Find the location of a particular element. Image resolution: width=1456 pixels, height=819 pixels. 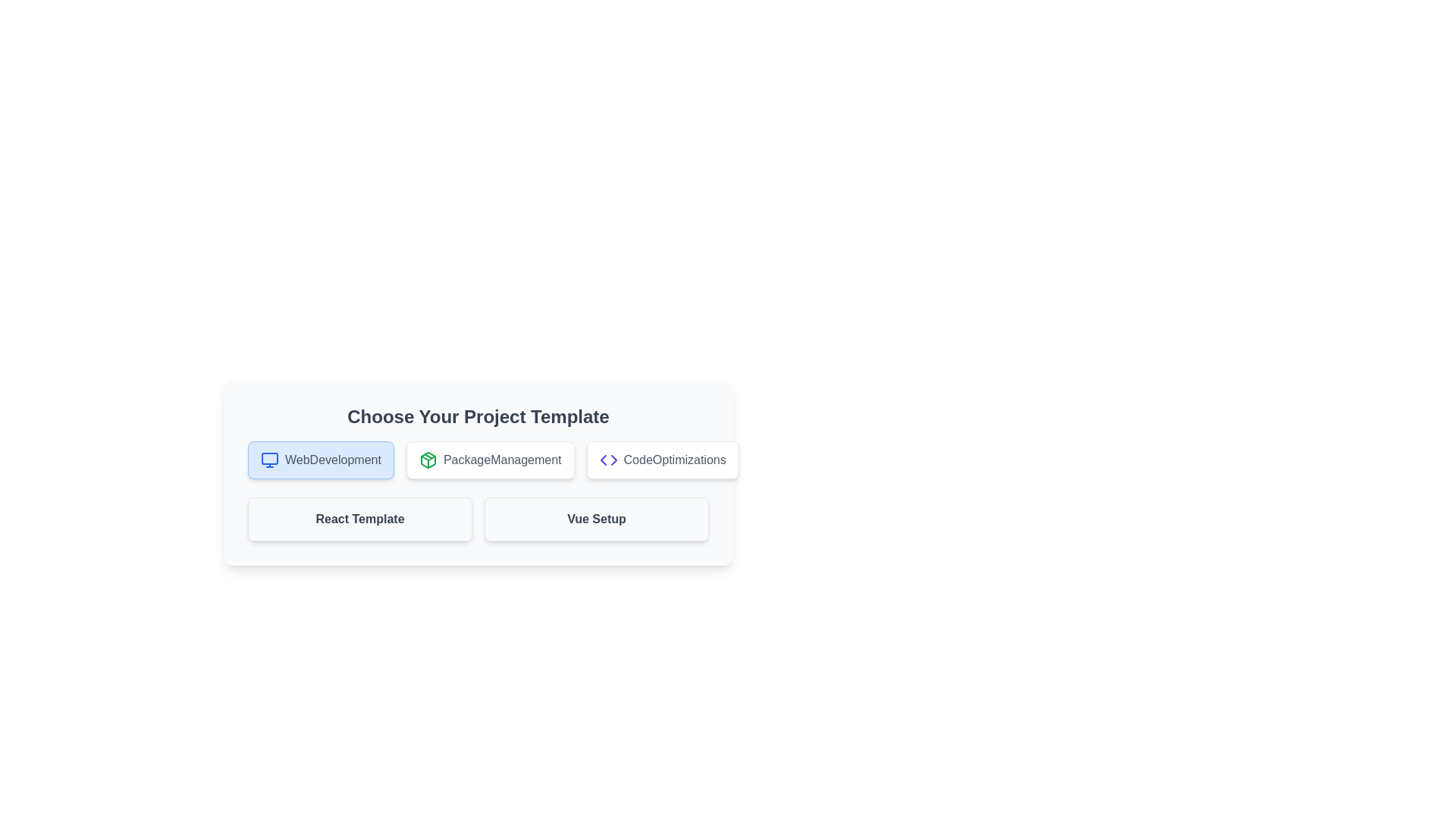

the 'PackageManagement' button, which is the second button in the row under 'Choose Your Project Template' is located at coordinates (477, 459).